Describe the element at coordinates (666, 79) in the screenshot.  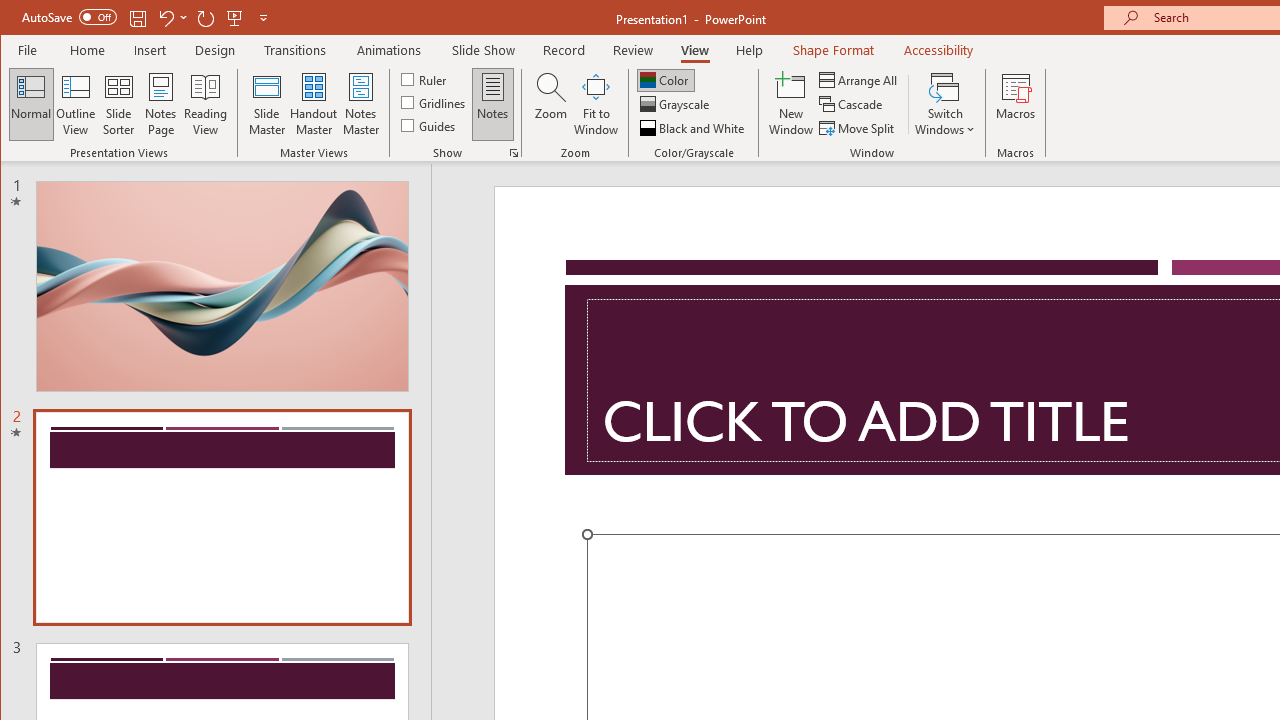
I see `'Color'` at that location.